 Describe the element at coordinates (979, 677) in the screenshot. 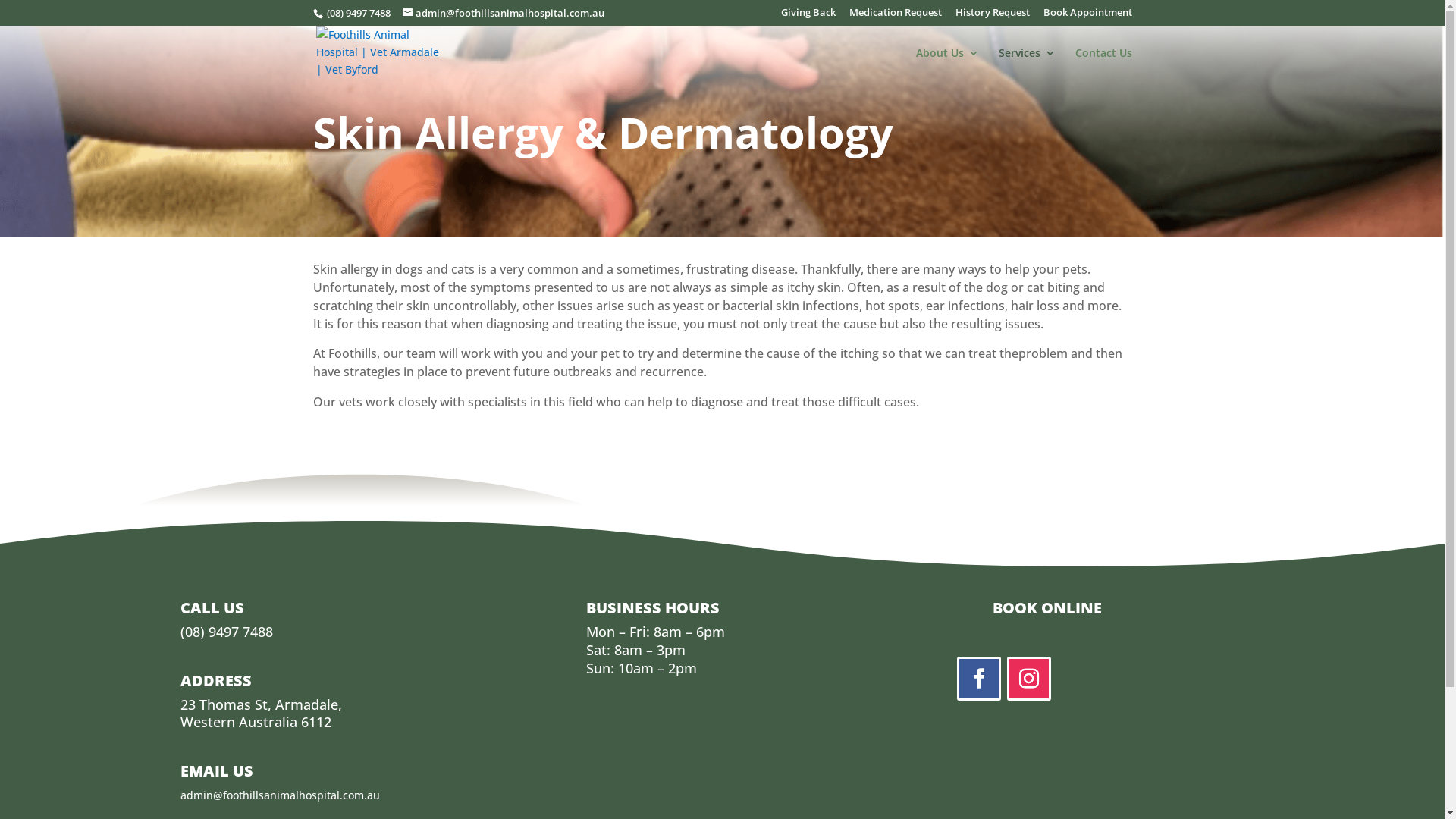

I see `'Follow on Facebook'` at that location.